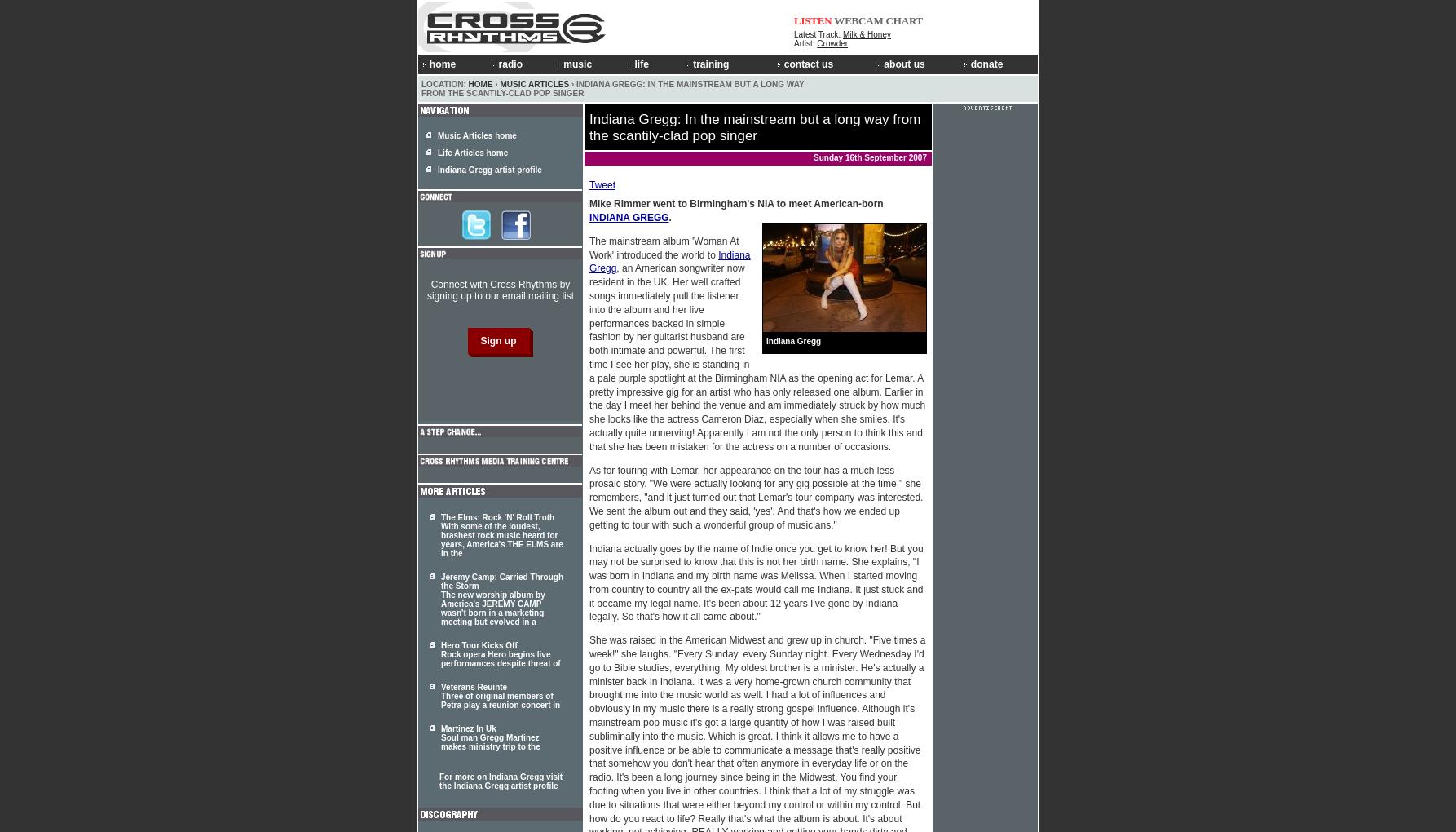  What do you see at coordinates (724, 98) in the screenshot?
I see `'Work Experience'` at bounding box center [724, 98].